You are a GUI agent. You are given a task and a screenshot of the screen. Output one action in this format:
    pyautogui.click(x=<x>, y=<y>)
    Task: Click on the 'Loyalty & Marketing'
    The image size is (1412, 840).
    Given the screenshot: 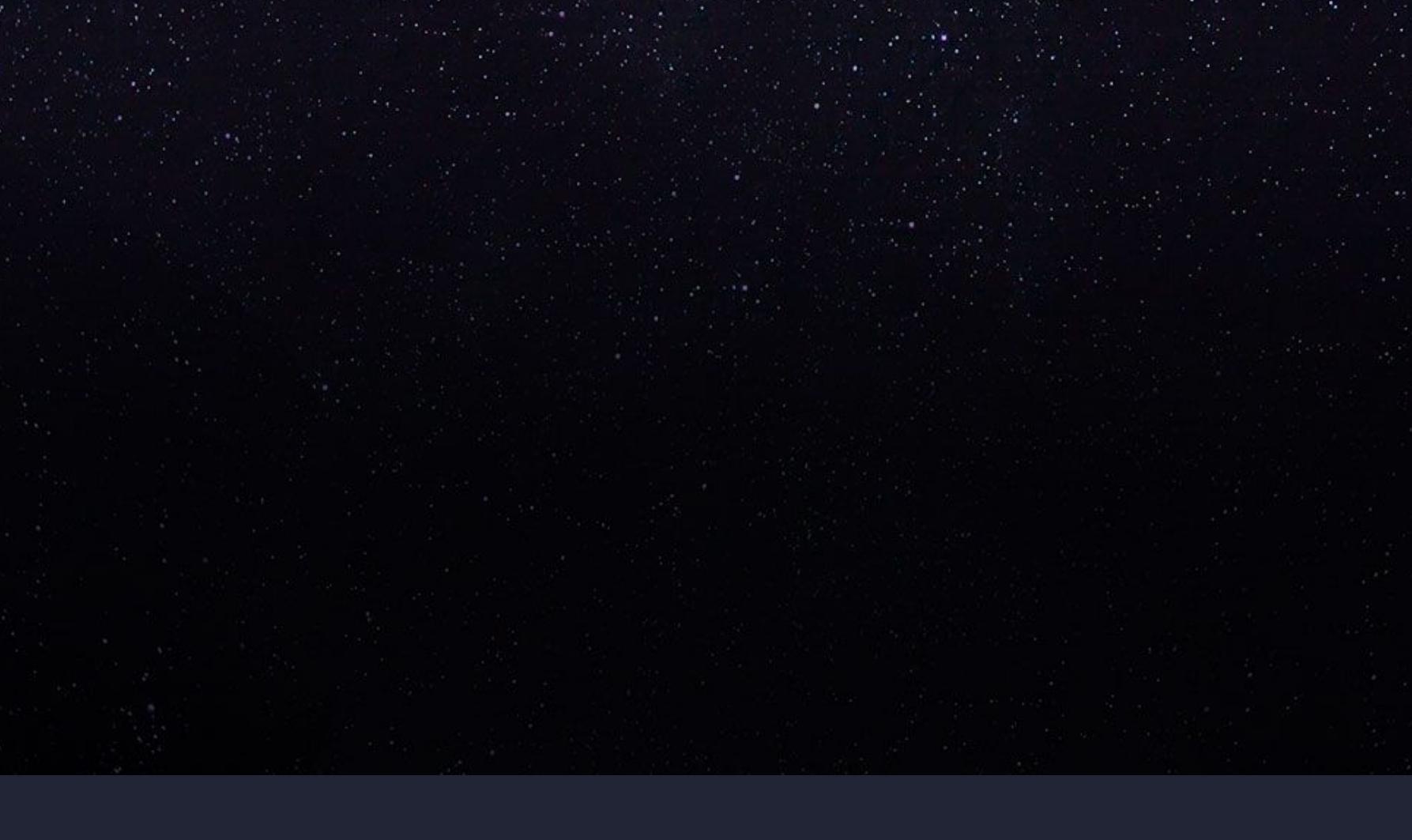 What is the action you would take?
    pyautogui.click(x=996, y=412)
    